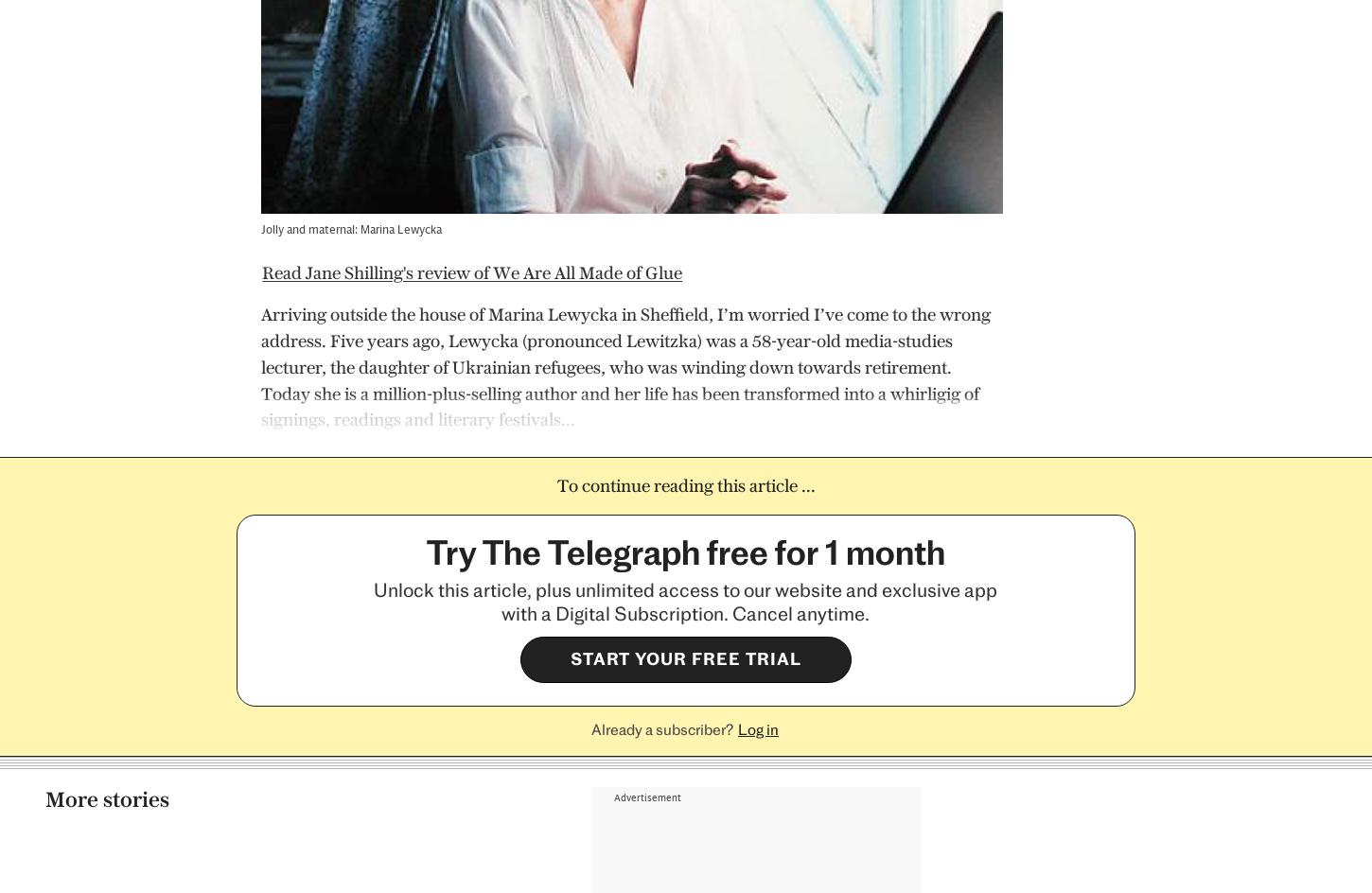  Describe the element at coordinates (89, 861) in the screenshot. I see `'Branded Content'` at that location.